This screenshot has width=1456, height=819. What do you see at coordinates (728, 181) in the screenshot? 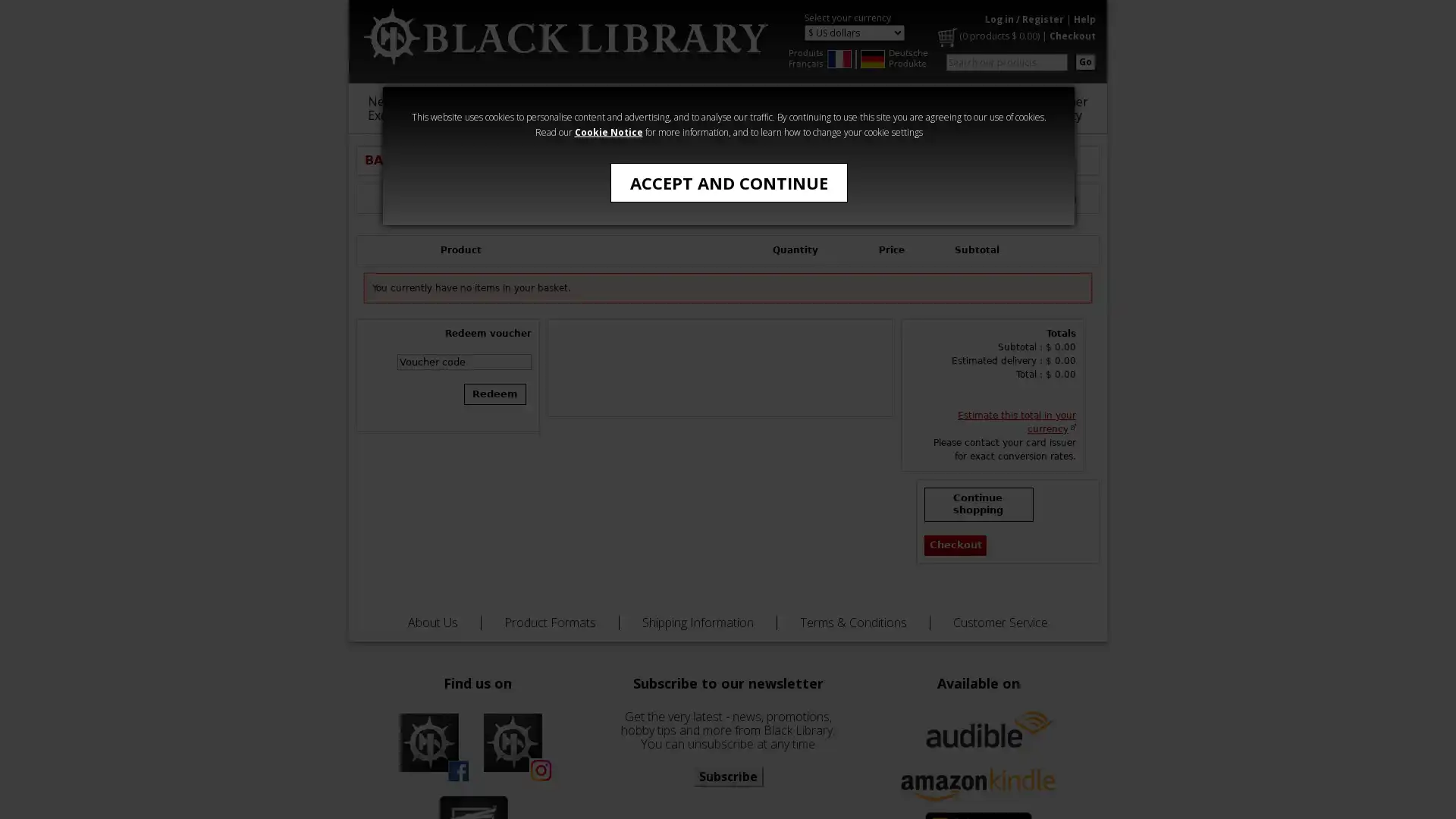
I see `ACCEPT AND CONTINUE` at bounding box center [728, 181].